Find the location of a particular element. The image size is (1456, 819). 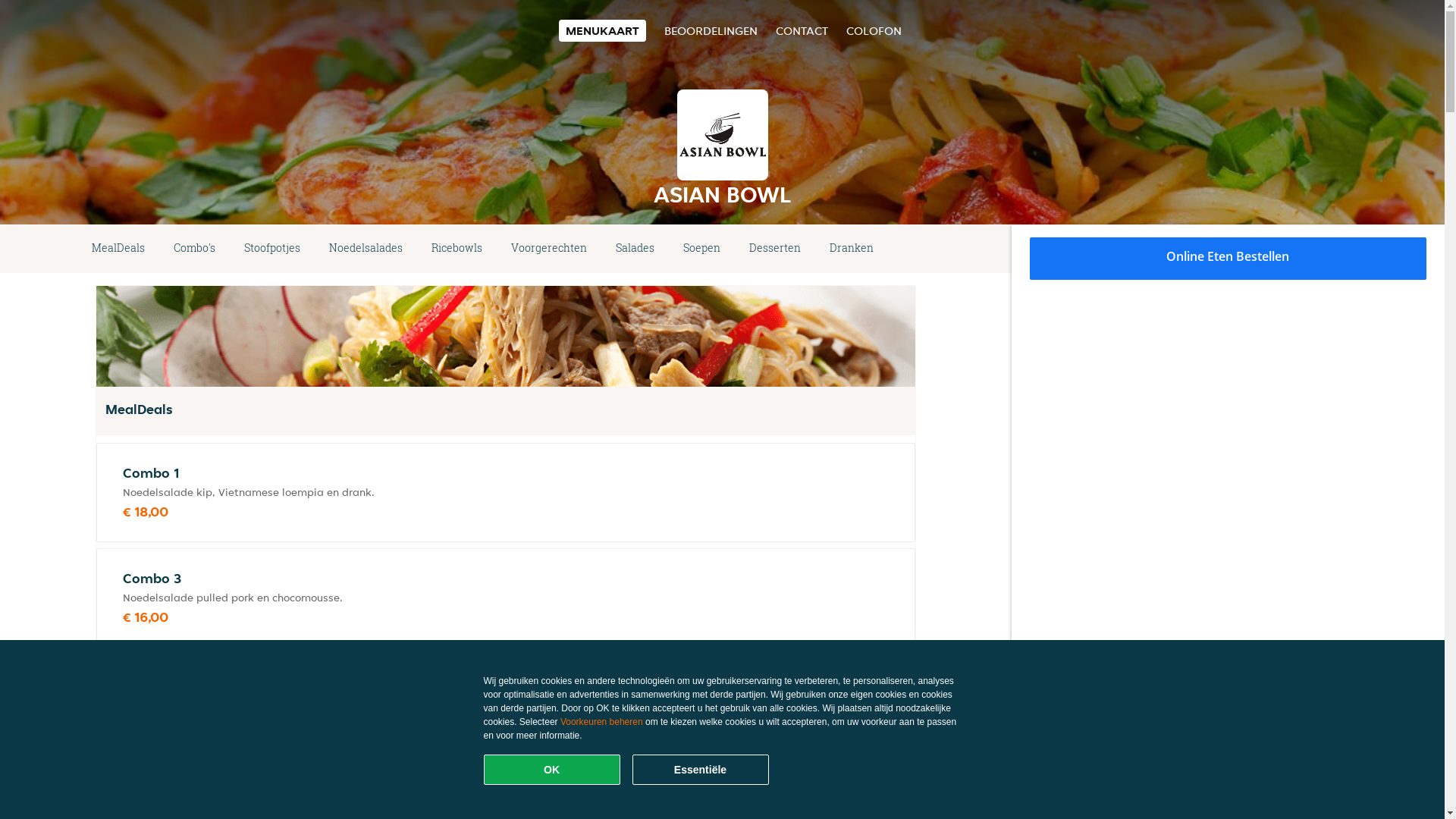

'CONTACT' is located at coordinates (800, 30).